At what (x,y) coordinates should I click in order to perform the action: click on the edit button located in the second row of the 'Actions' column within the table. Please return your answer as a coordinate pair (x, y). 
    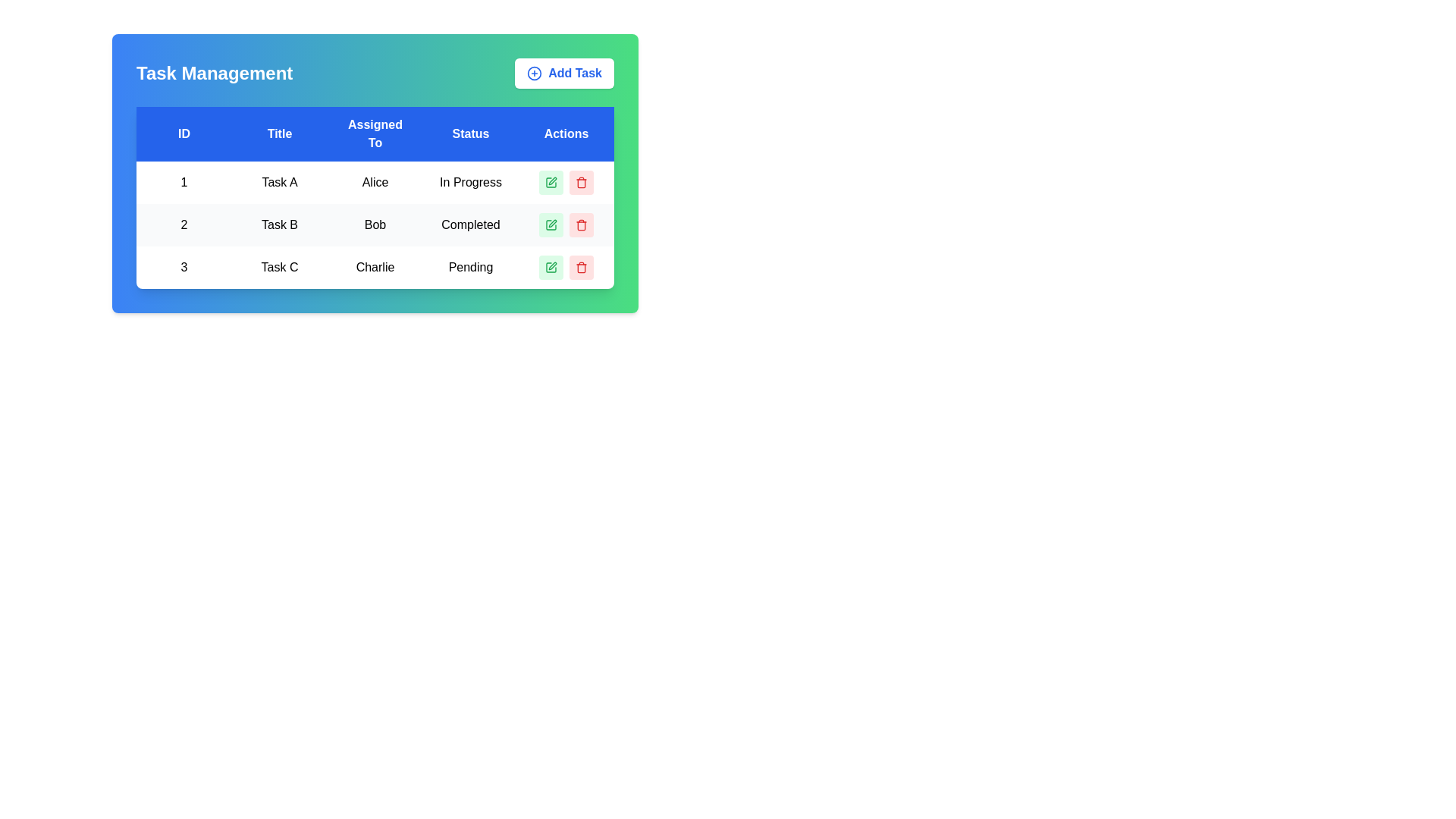
    Looking at the image, I should click on (550, 225).